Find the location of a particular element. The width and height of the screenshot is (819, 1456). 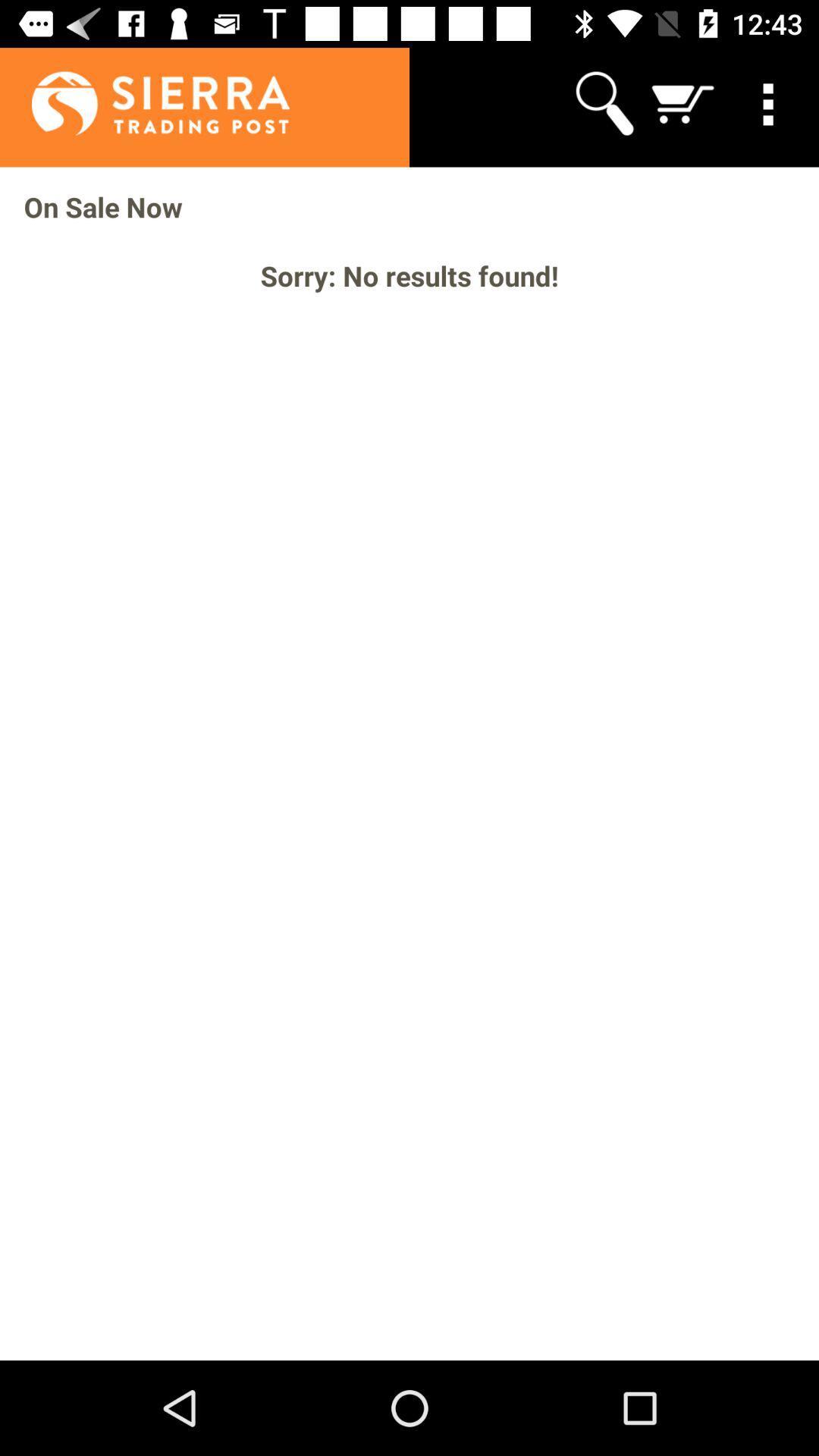

app above on sale now icon is located at coordinates (683, 102).